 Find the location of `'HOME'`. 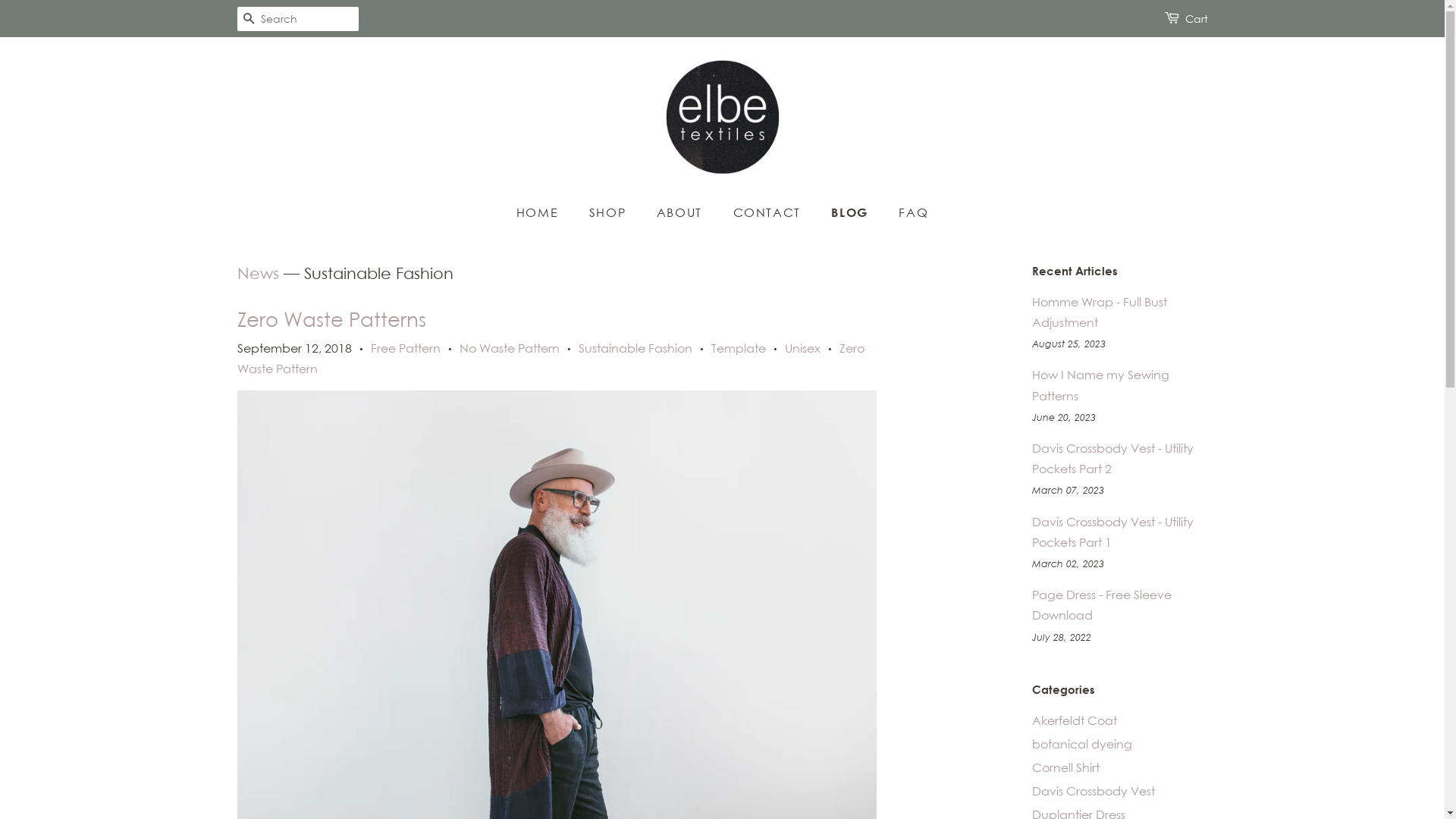

'HOME' is located at coordinates (544, 212).